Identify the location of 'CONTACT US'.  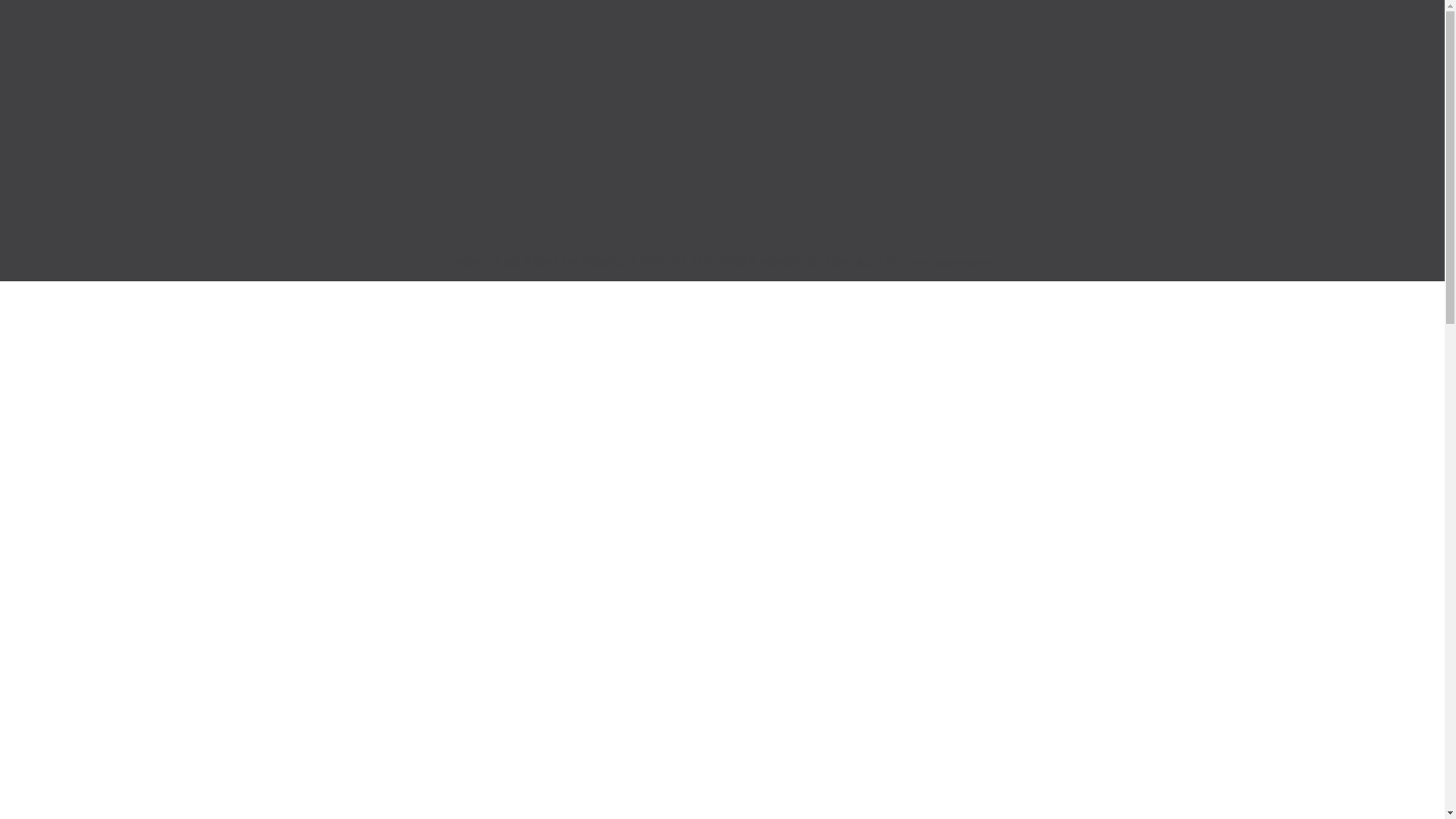
(860, 262).